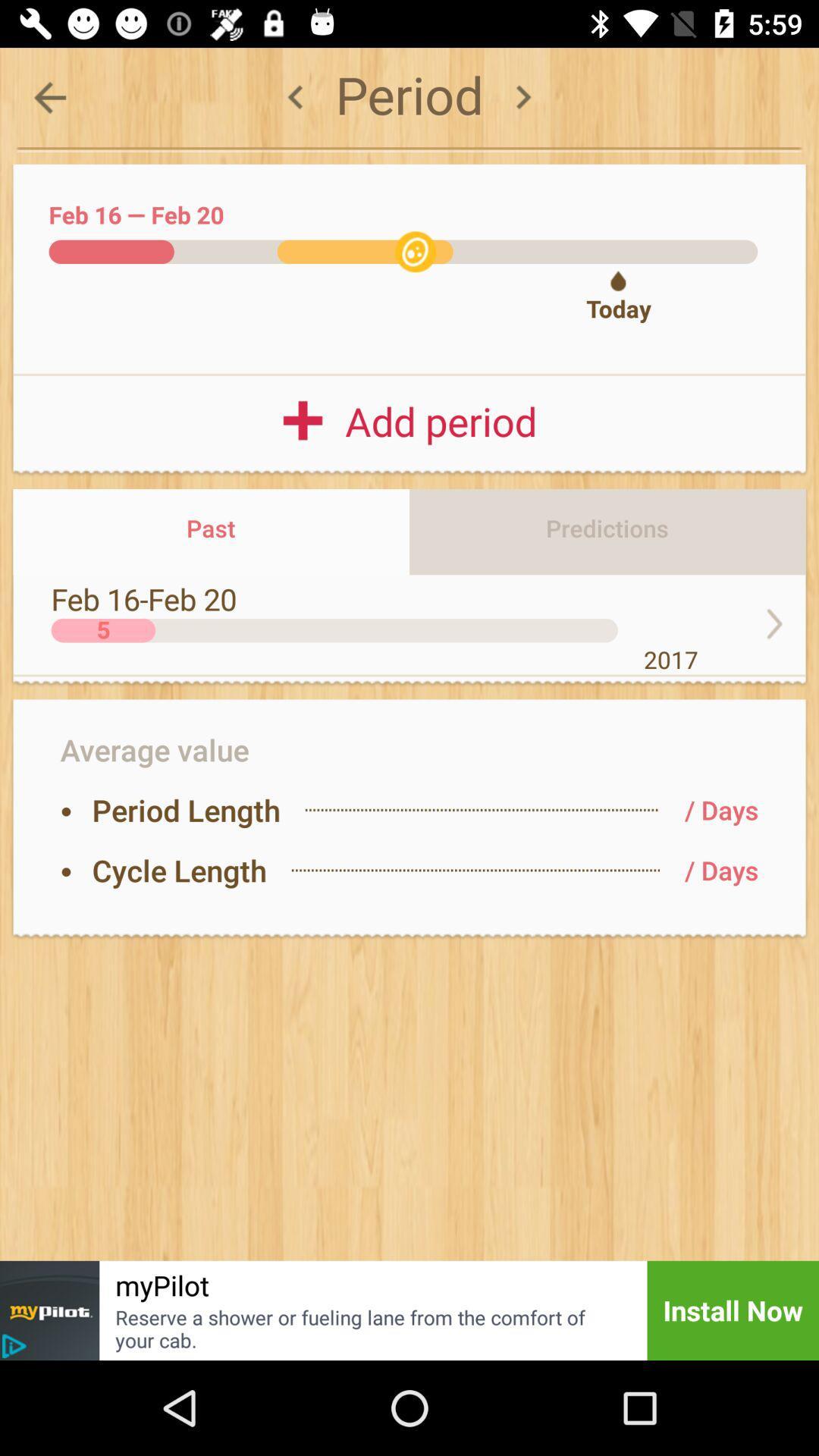  I want to click on the arrow_backward icon, so click(295, 96).